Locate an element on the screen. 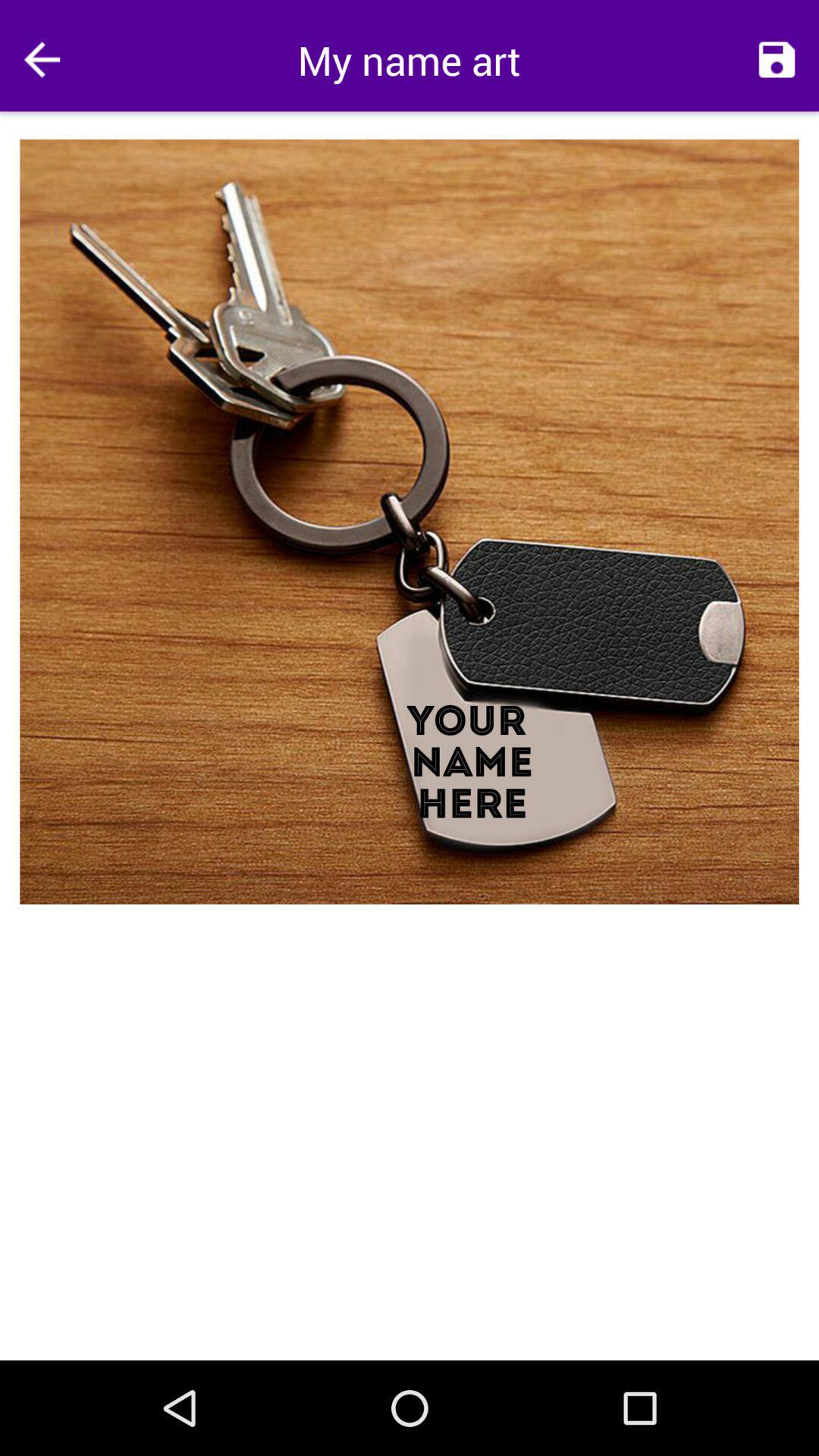 The width and height of the screenshot is (819, 1456). go back is located at coordinates (41, 59).